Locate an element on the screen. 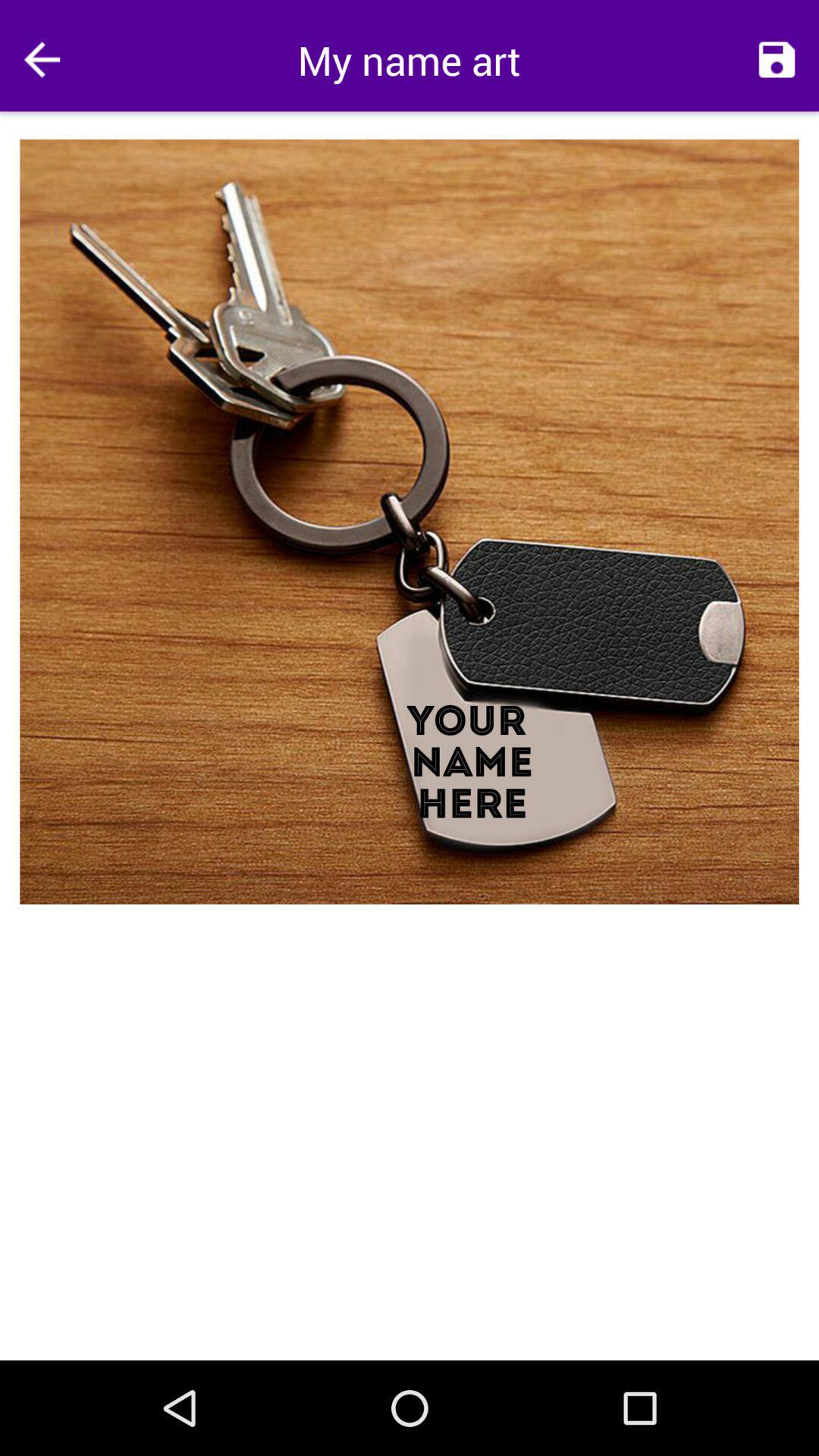 The width and height of the screenshot is (819, 1456). go back is located at coordinates (41, 59).